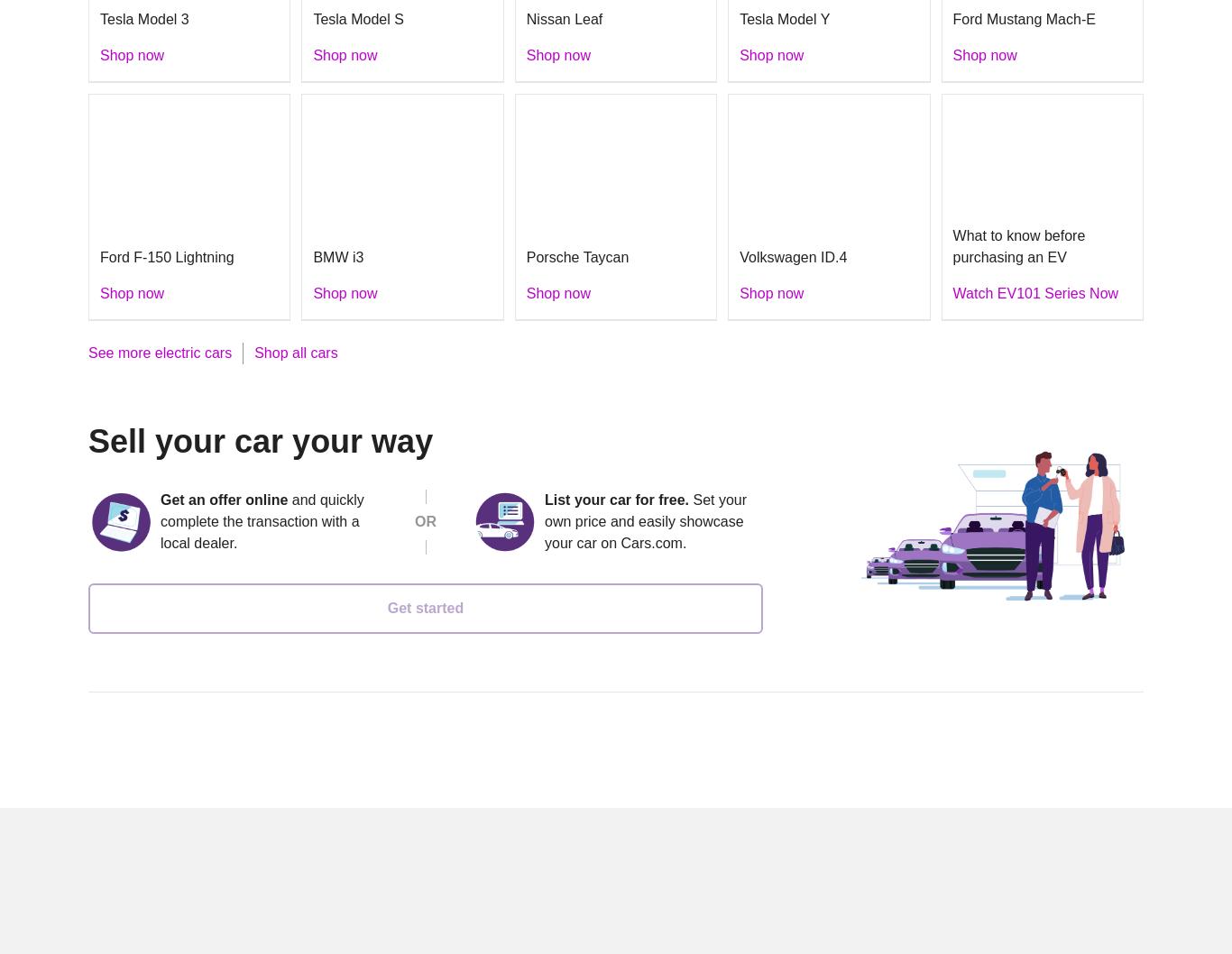  What do you see at coordinates (143, 19) in the screenshot?
I see `'Tesla Model 3'` at bounding box center [143, 19].